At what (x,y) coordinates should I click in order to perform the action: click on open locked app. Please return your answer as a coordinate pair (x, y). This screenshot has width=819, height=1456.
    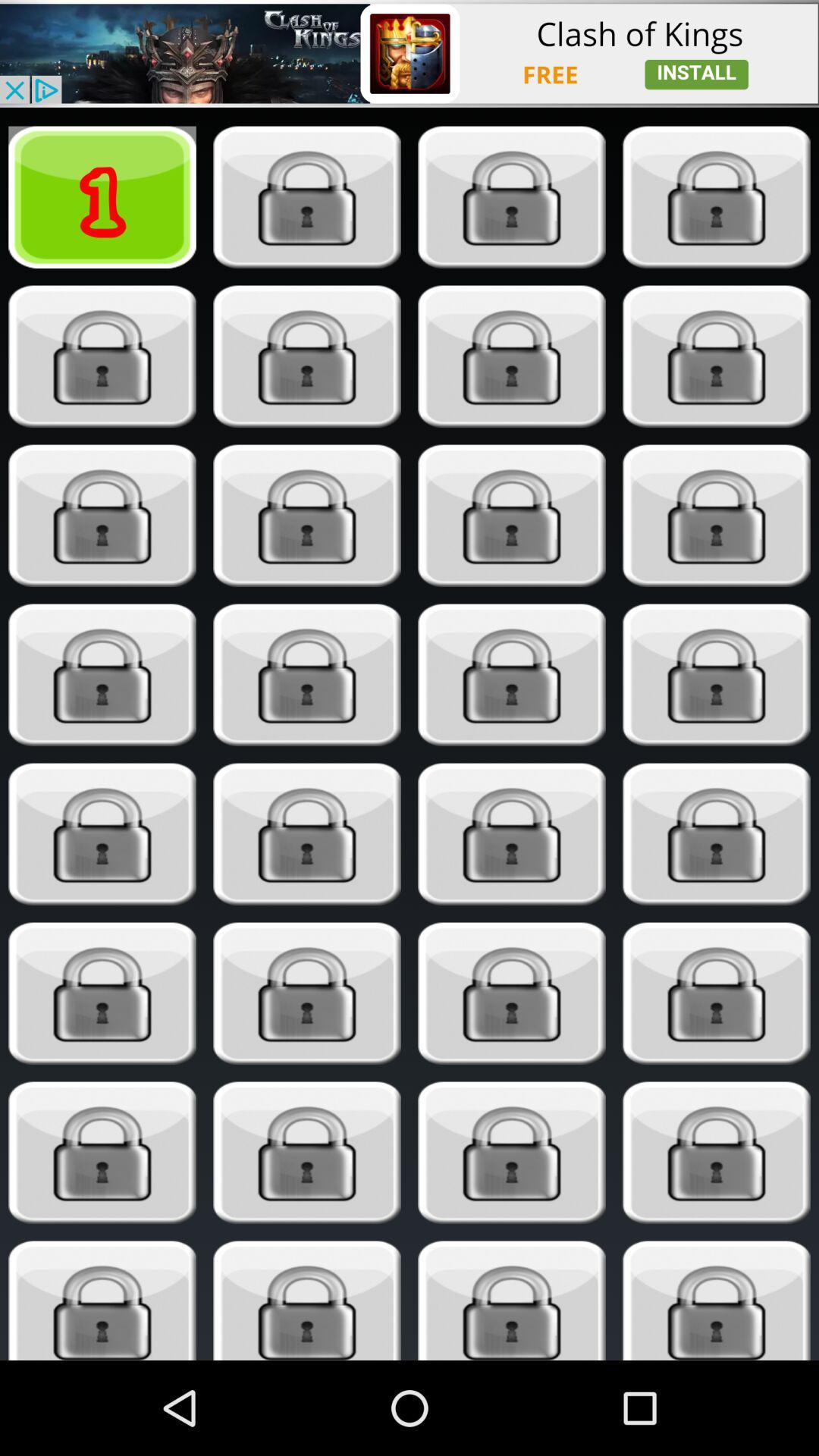
    Looking at the image, I should click on (307, 1300).